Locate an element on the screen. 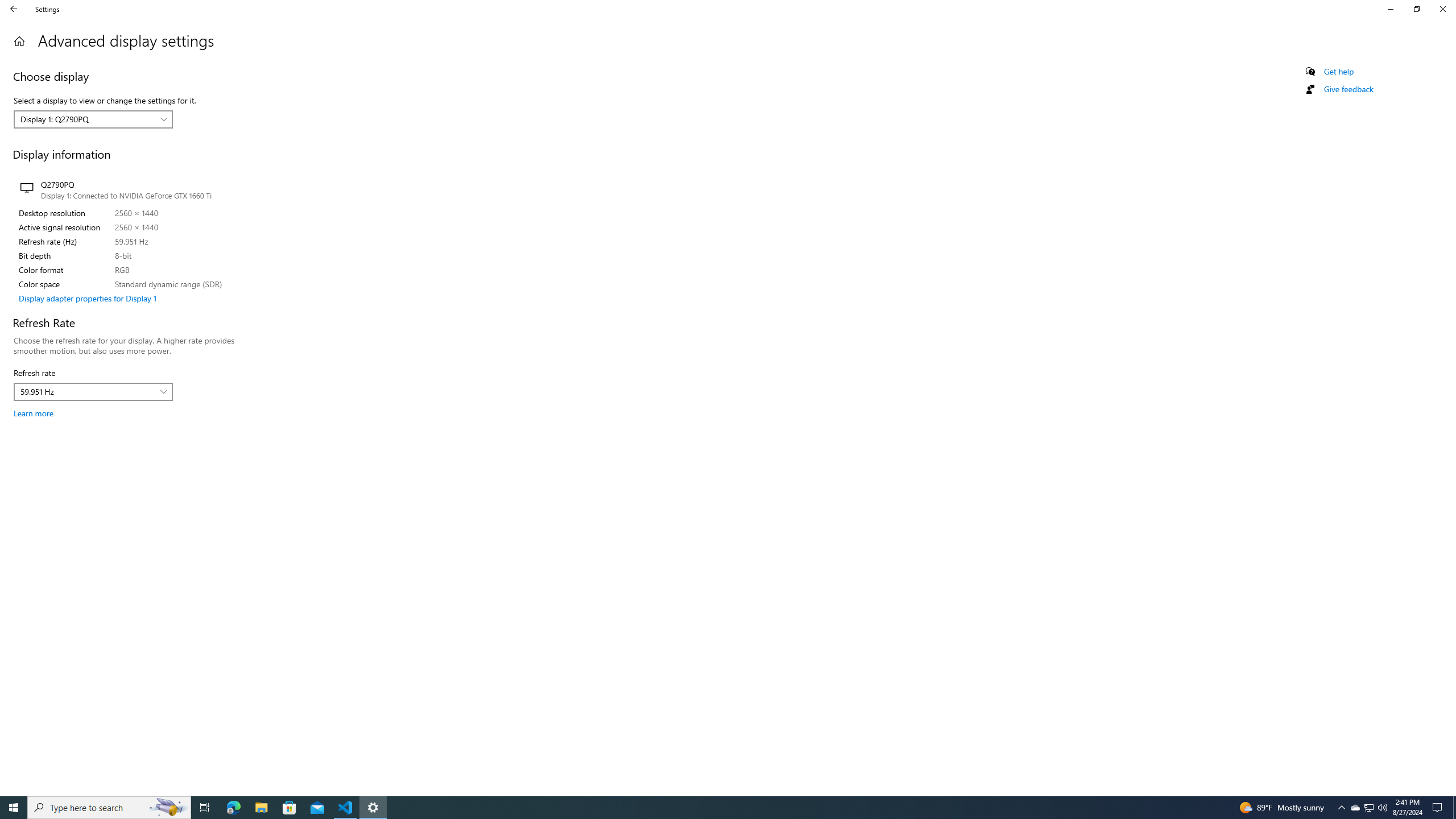  '59.951 Hz' is located at coordinates (86, 392).